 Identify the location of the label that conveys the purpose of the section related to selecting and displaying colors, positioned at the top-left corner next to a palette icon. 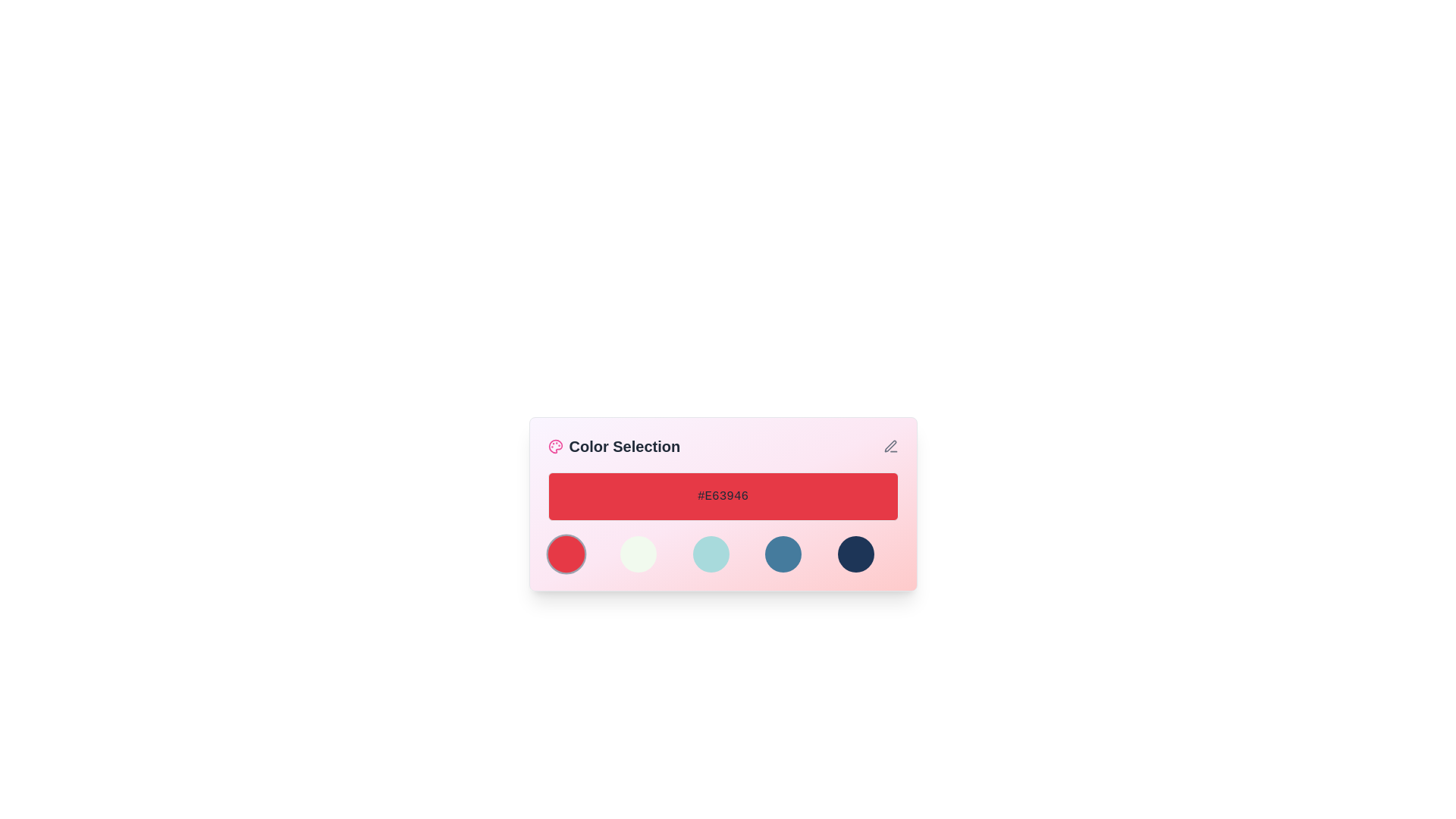
(613, 446).